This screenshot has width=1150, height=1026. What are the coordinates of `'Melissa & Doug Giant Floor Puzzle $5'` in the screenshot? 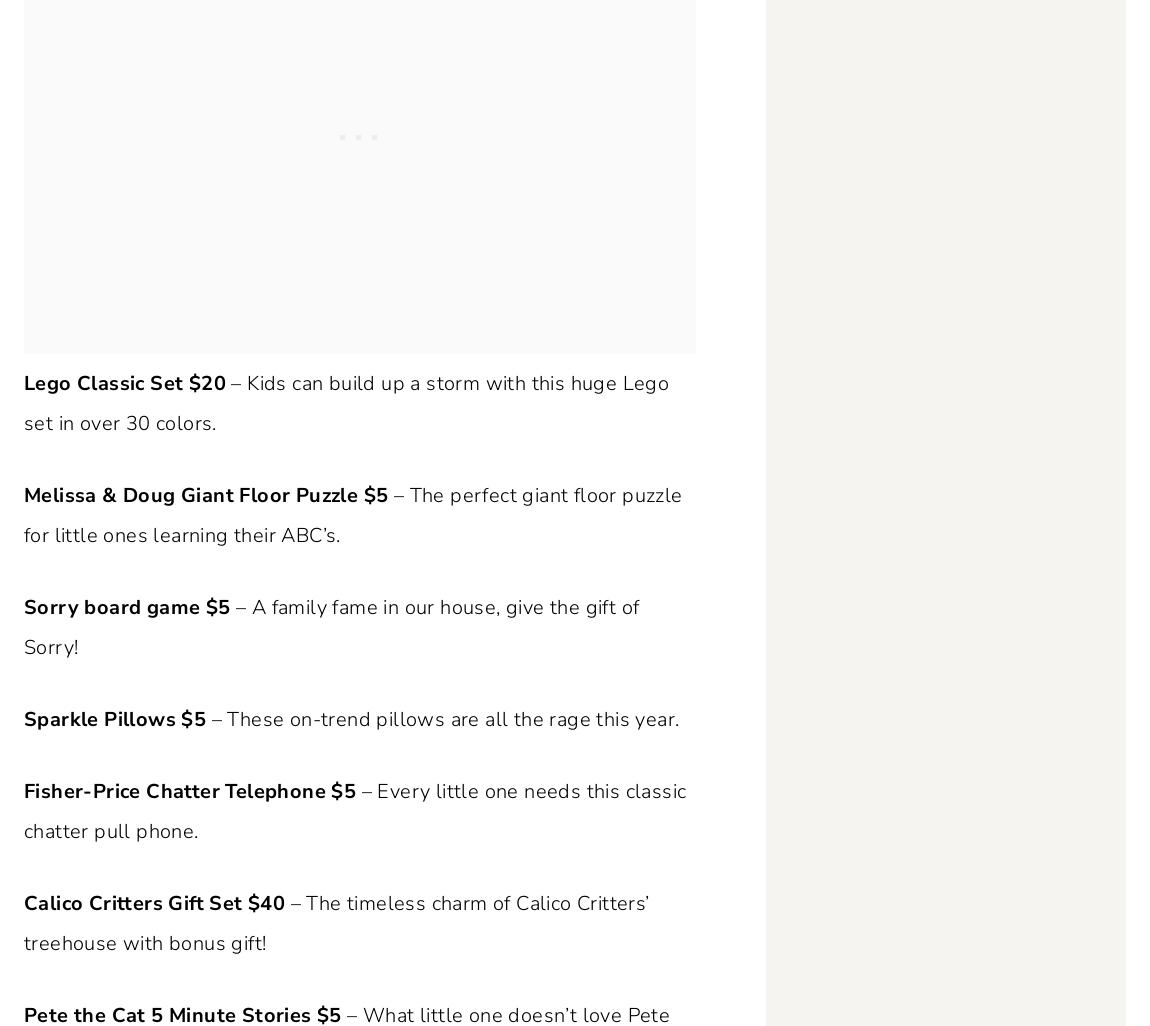 It's located at (204, 494).